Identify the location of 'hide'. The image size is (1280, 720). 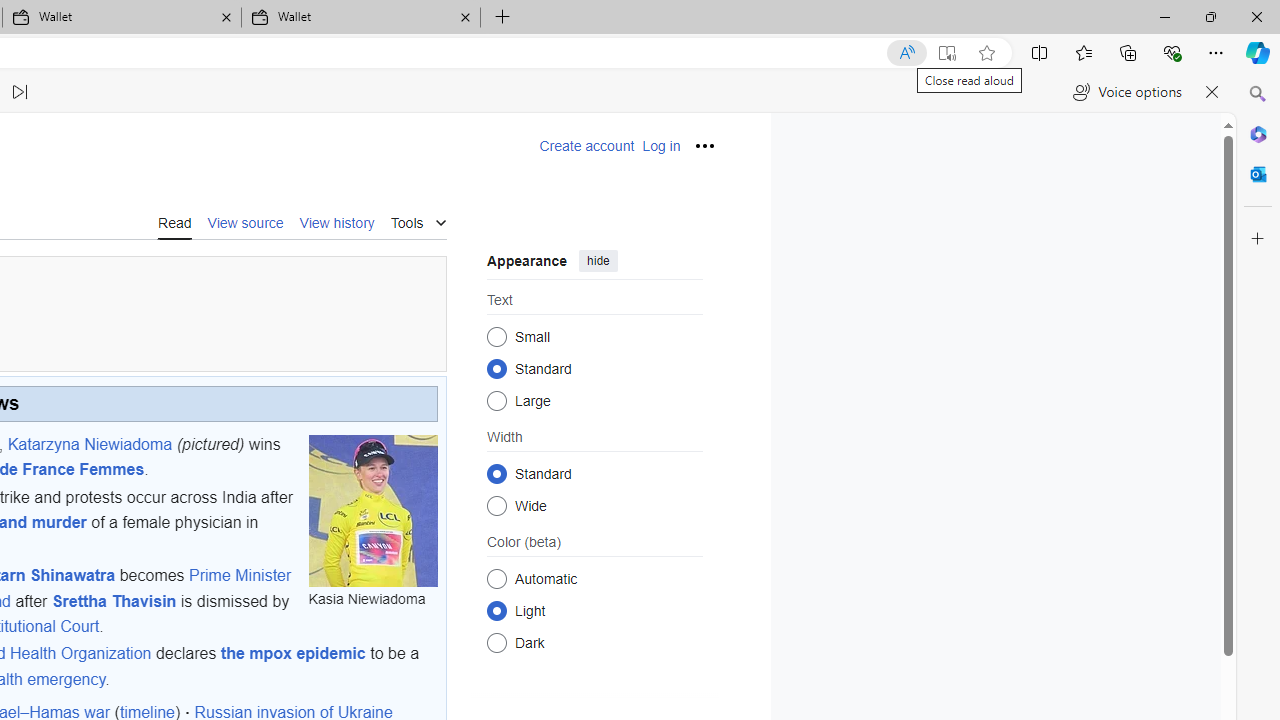
(597, 259).